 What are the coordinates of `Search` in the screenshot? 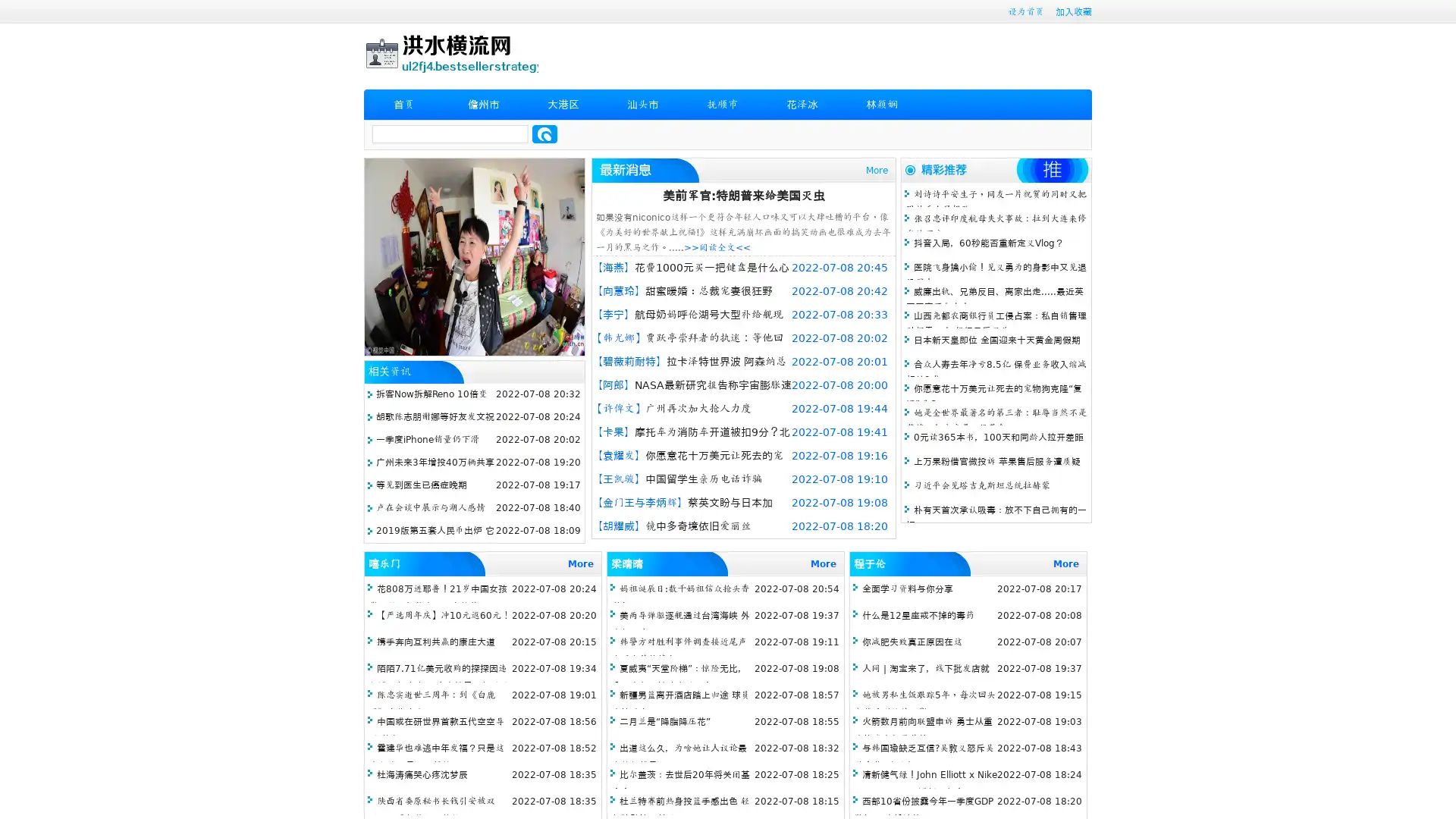 It's located at (544, 133).